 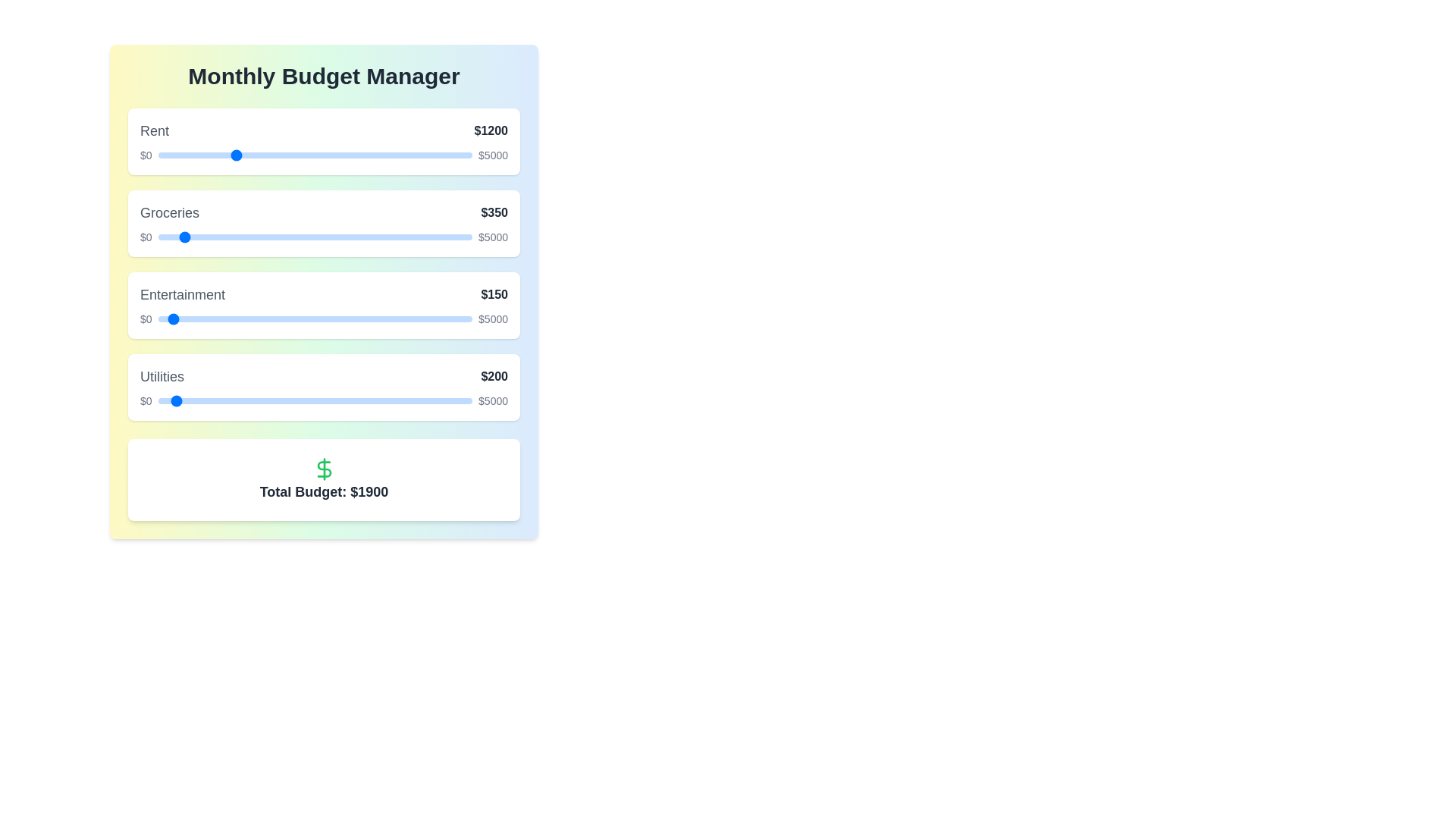 I want to click on the Entertainment budget, so click(x=304, y=318).